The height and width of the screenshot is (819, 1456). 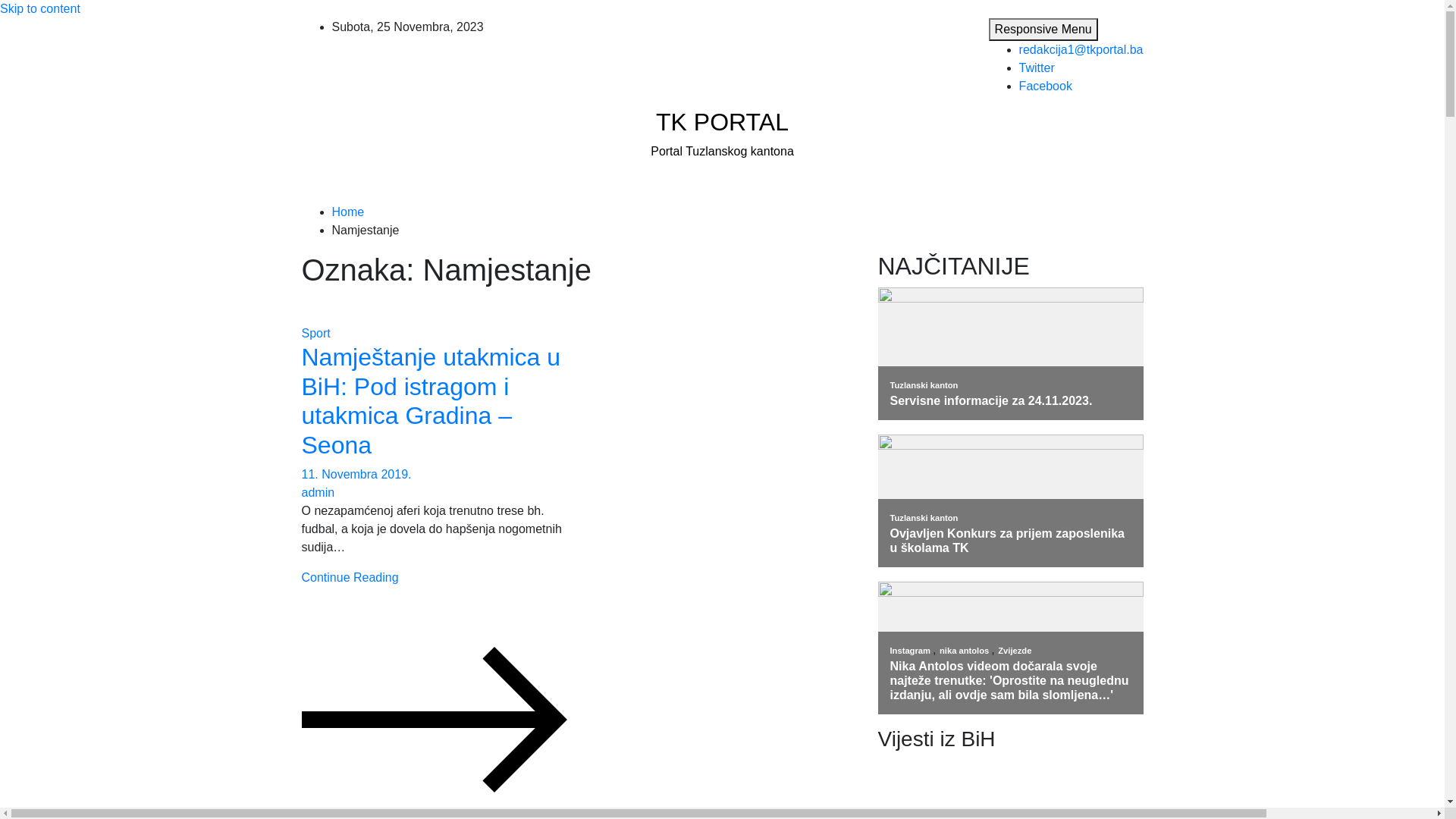 What do you see at coordinates (997, 649) in the screenshot?
I see `'Zvijezde'` at bounding box center [997, 649].